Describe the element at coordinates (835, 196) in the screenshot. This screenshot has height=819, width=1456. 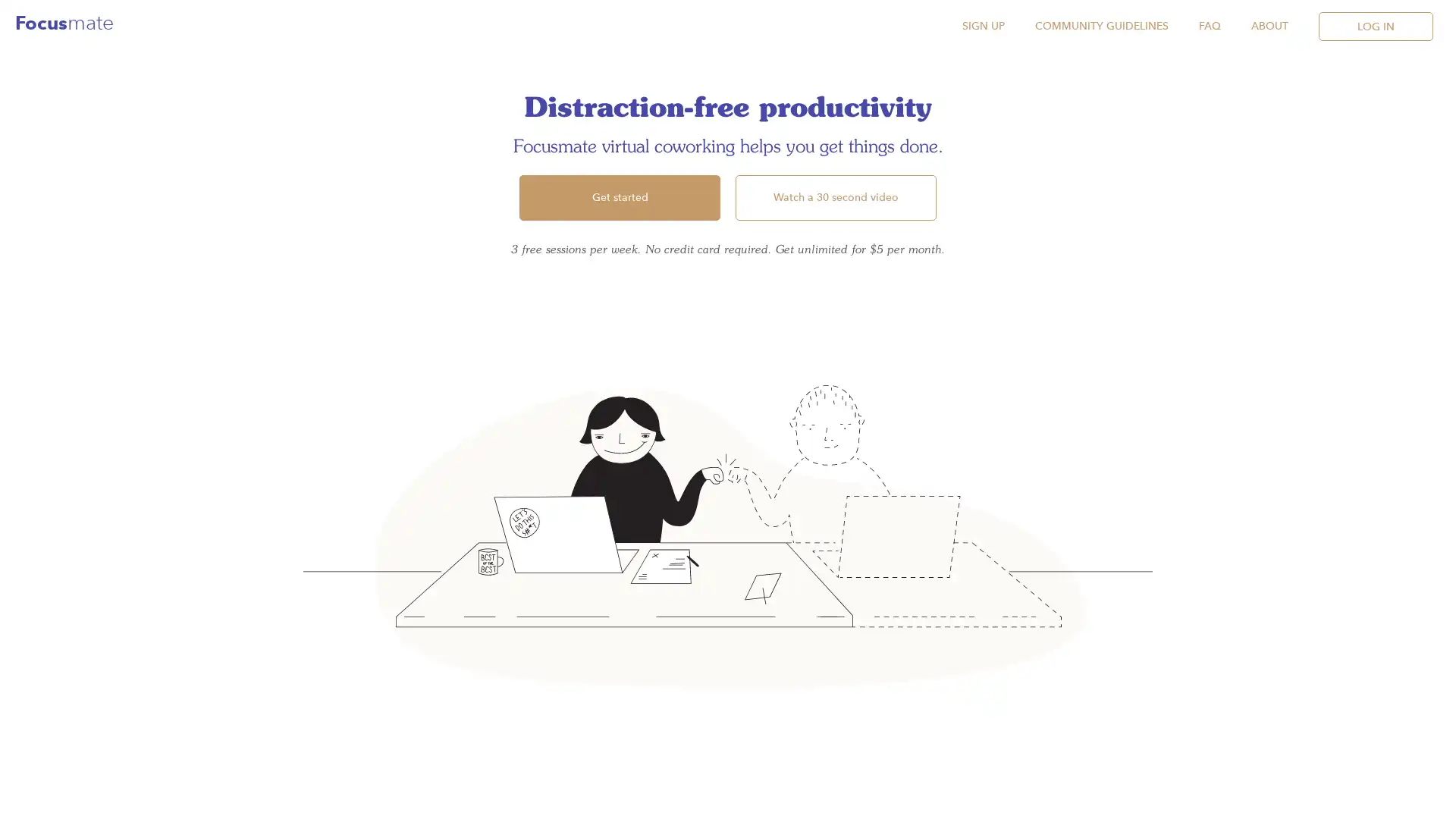
I see `Watch a 30 second video` at that location.